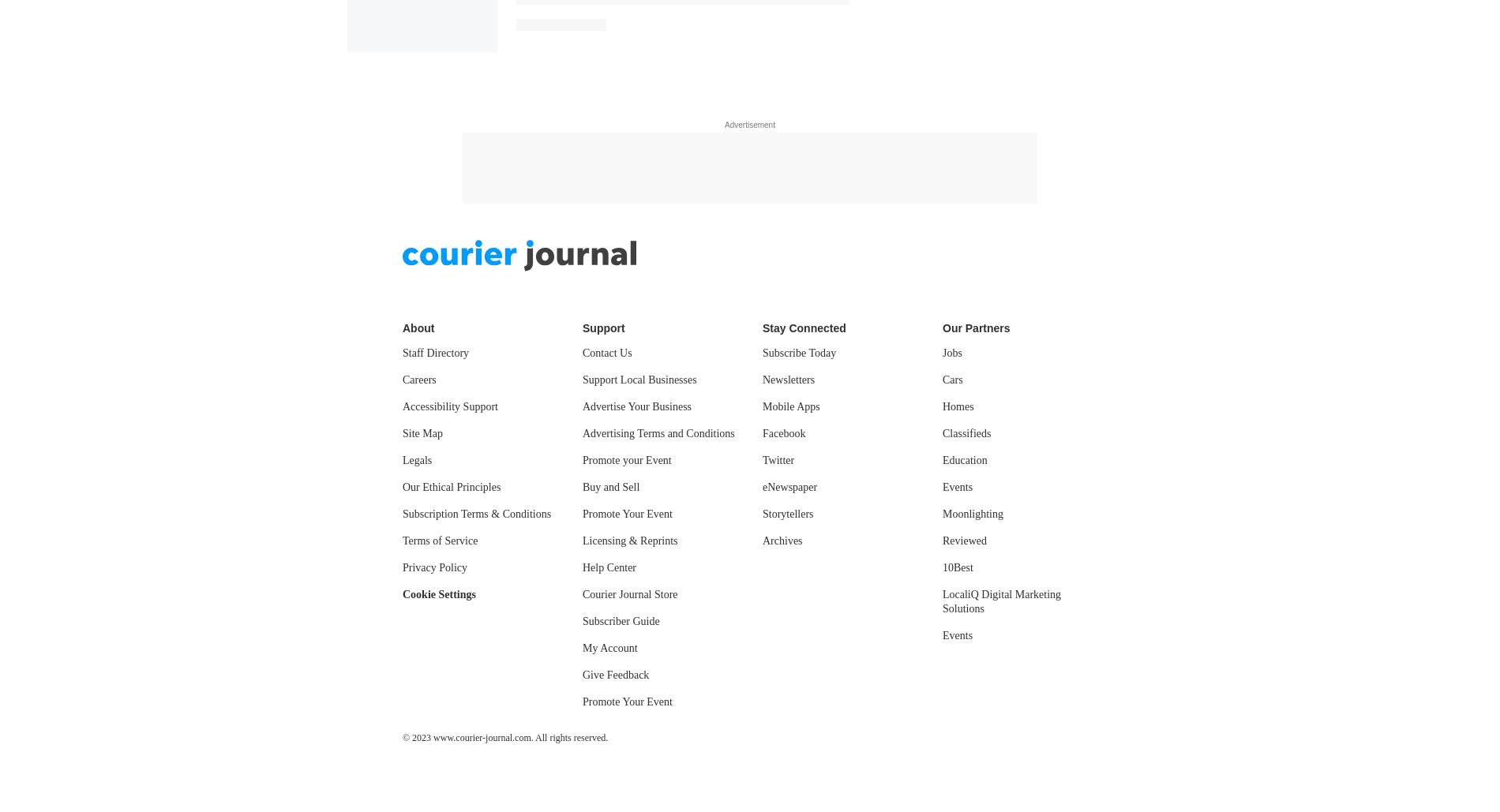 This screenshot has height=812, width=1500. Describe the element at coordinates (435, 125) in the screenshot. I see `'Privacy Policy'` at that location.